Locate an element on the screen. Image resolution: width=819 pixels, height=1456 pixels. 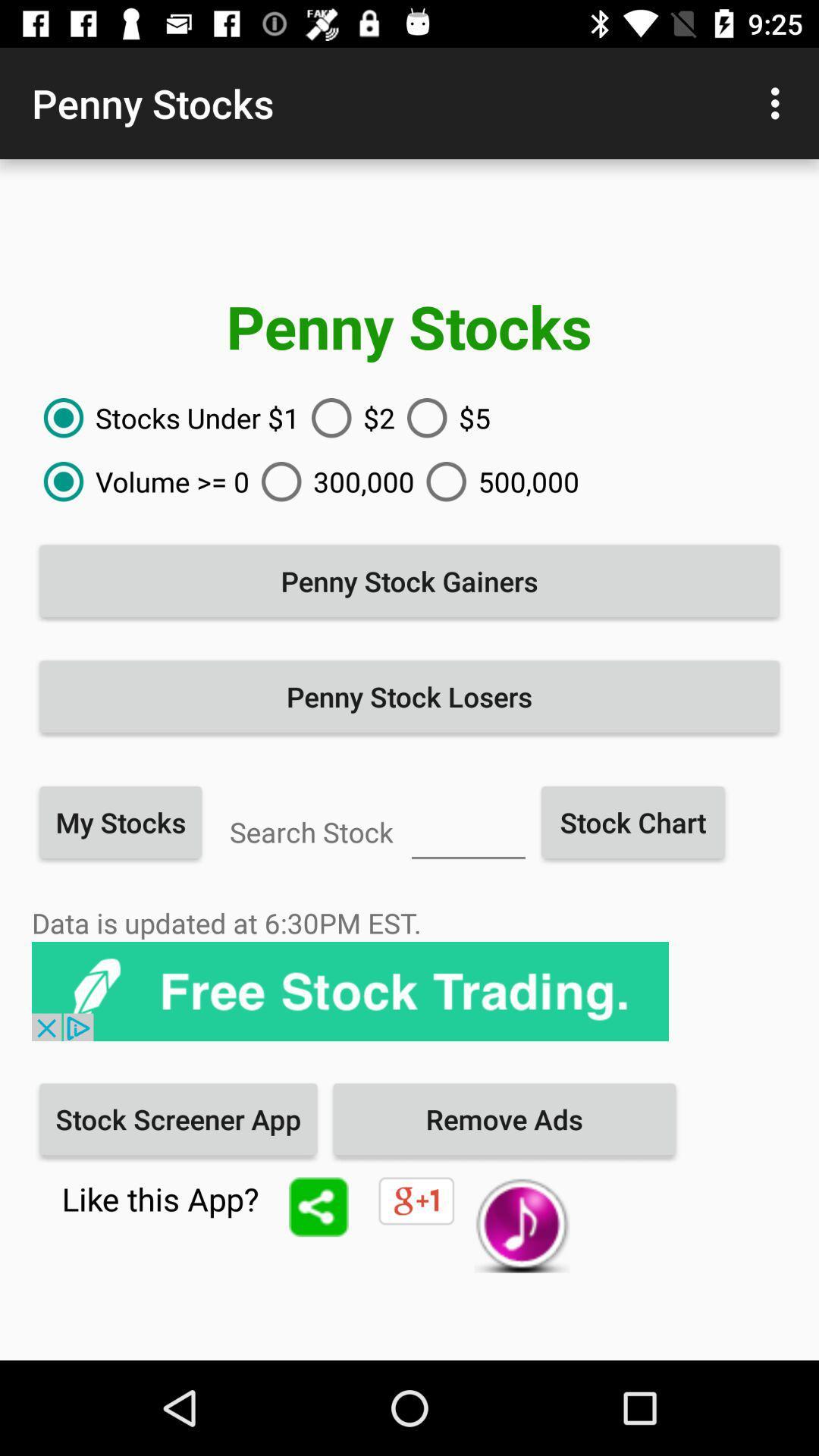
the stock name is located at coordinates (467, 828).